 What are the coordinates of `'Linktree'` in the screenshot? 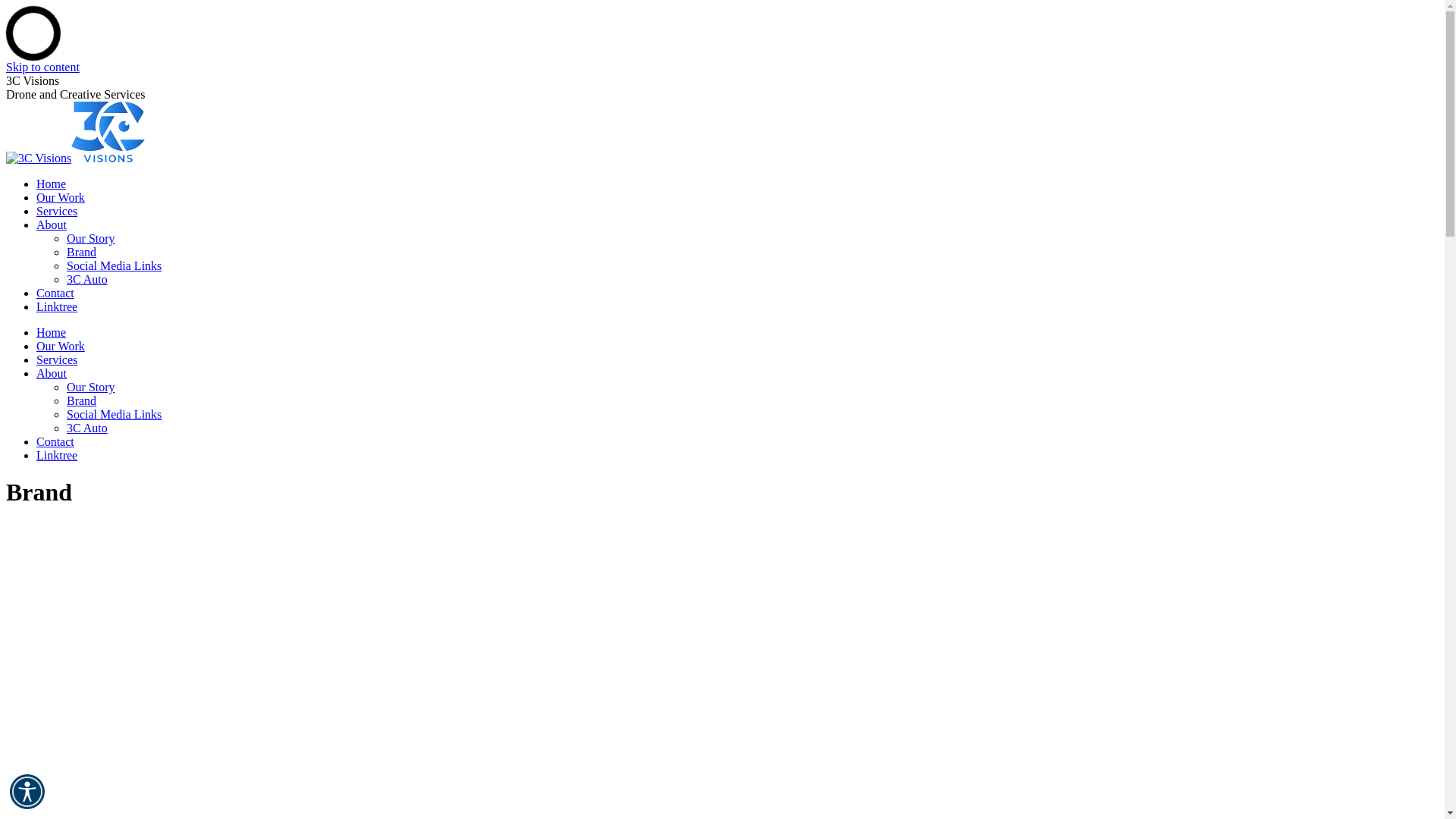 It's located at (57, 454).